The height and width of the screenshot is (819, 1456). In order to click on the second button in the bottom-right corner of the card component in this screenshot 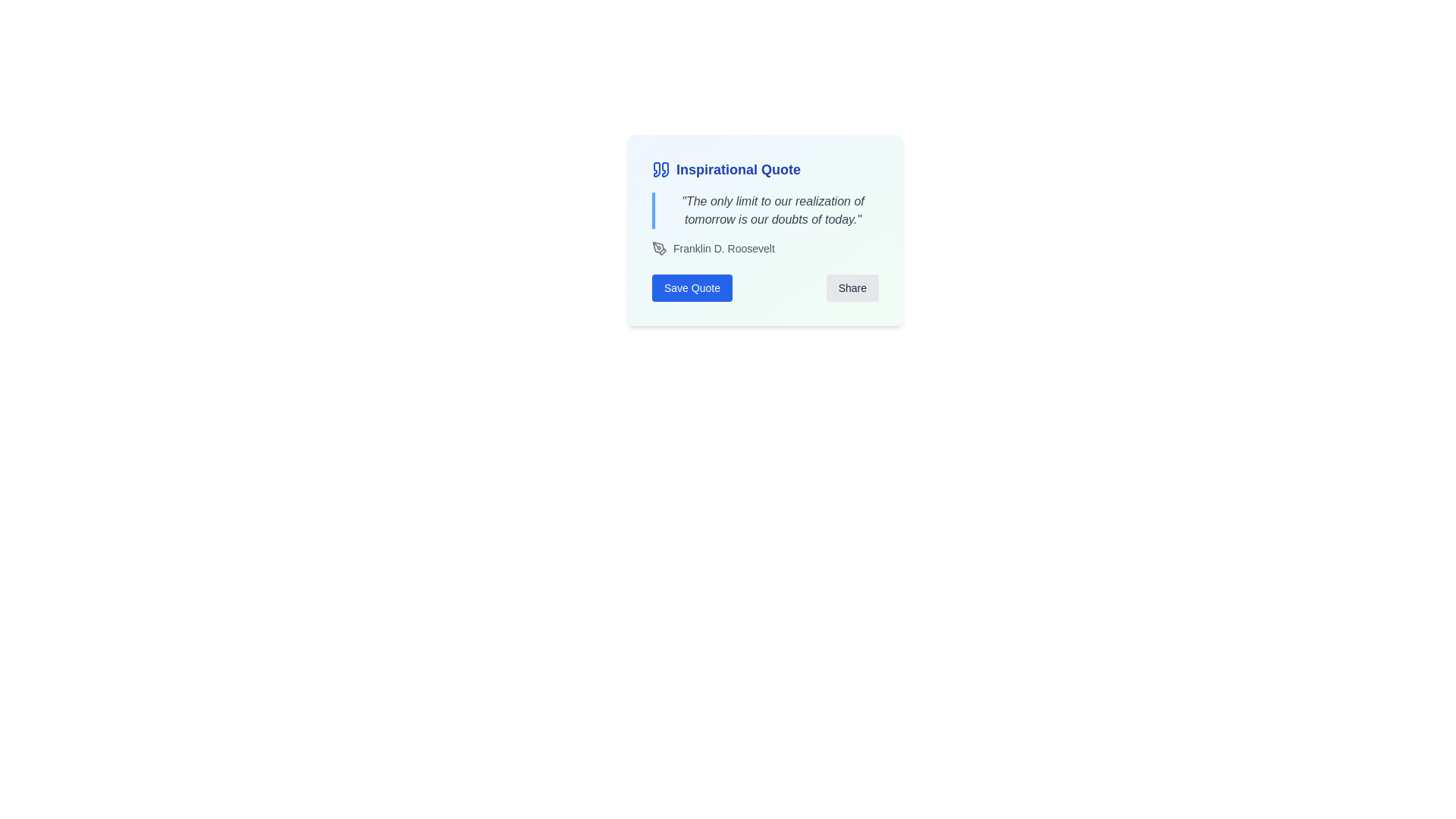, I will do `click(852, 288)`.